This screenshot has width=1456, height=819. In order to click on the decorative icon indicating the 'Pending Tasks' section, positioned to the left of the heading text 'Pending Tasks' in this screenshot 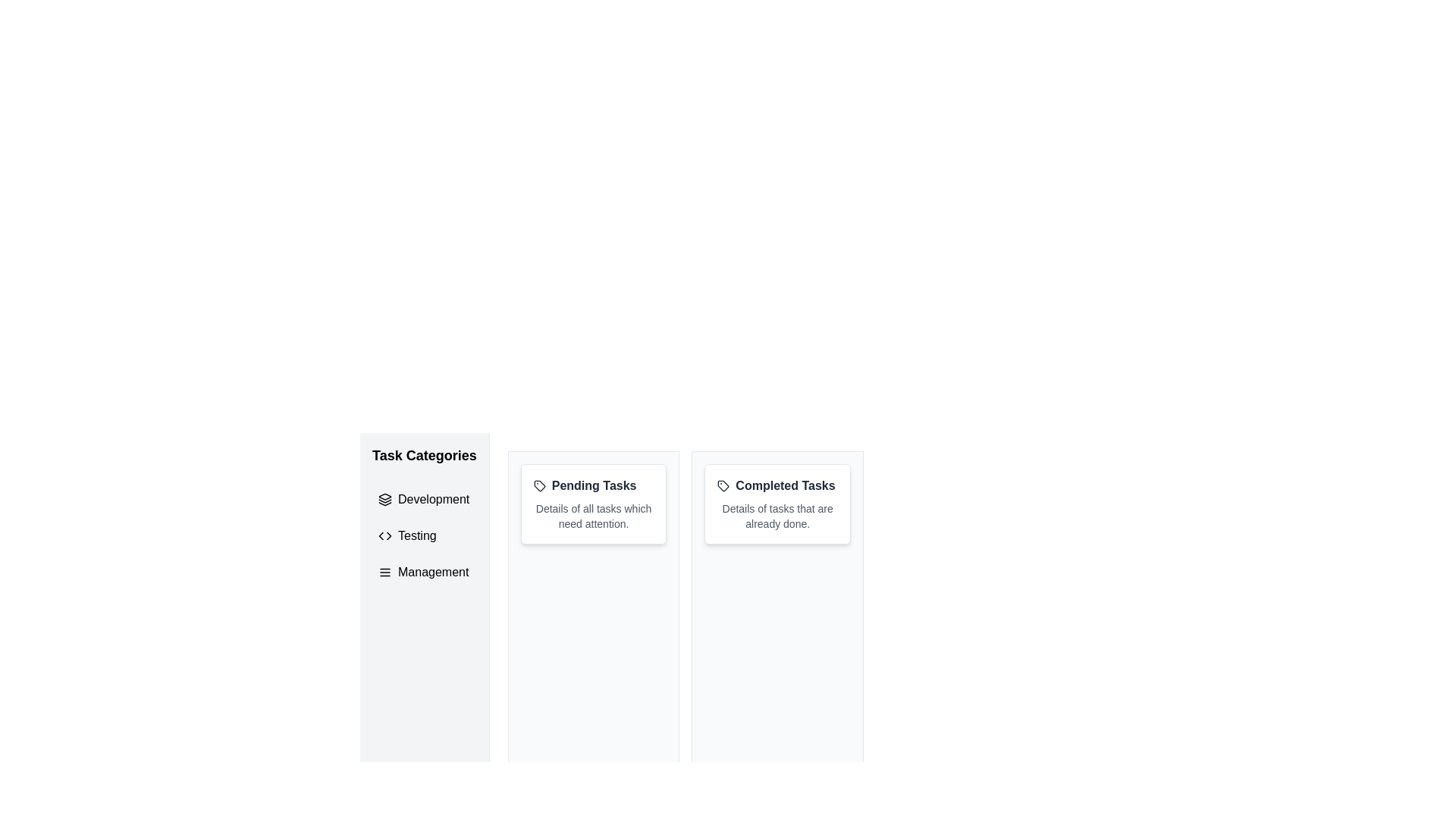, I will do `click(723, 485)`.